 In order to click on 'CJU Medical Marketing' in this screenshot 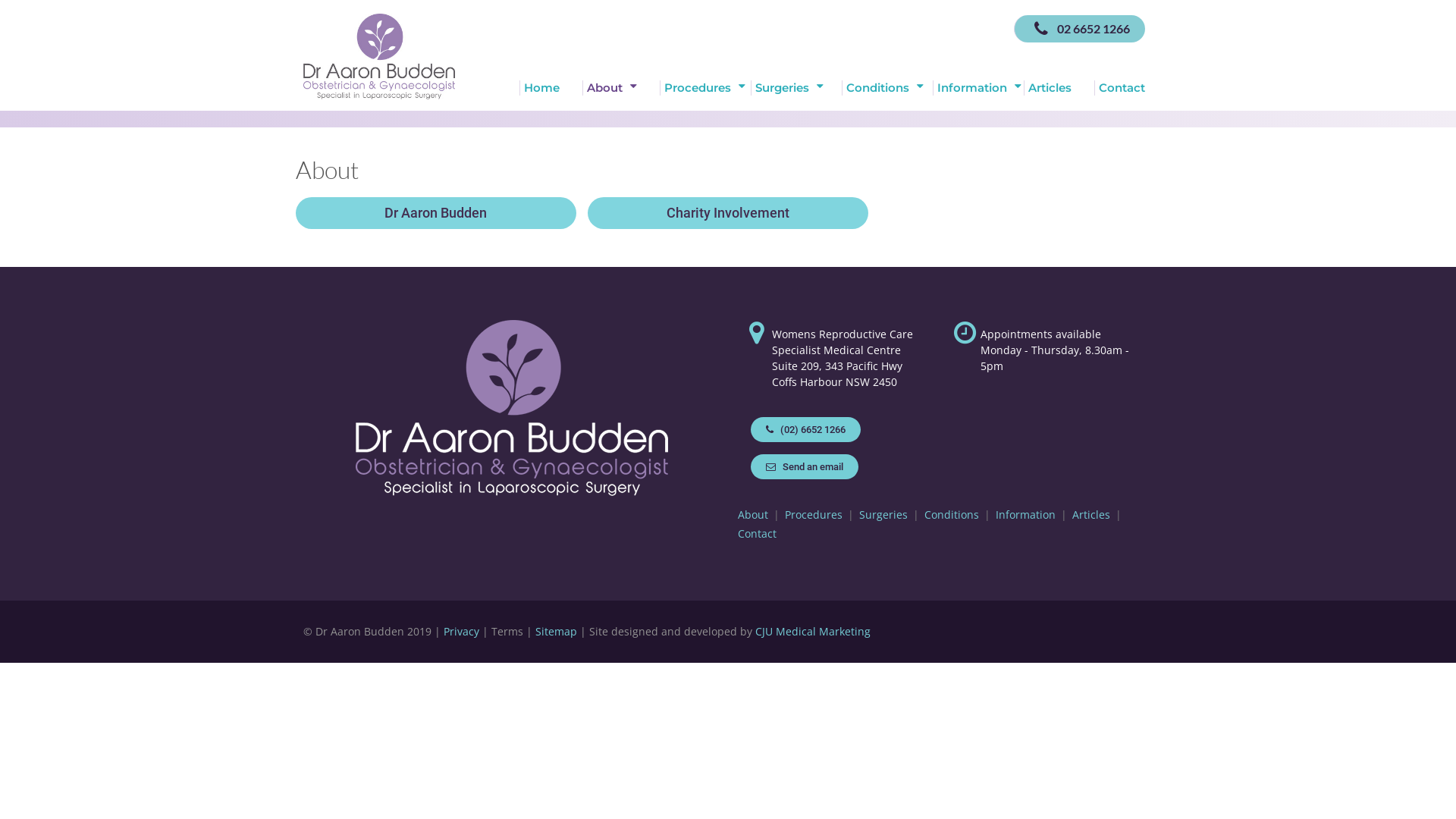, I will do `click(811, 631)`.